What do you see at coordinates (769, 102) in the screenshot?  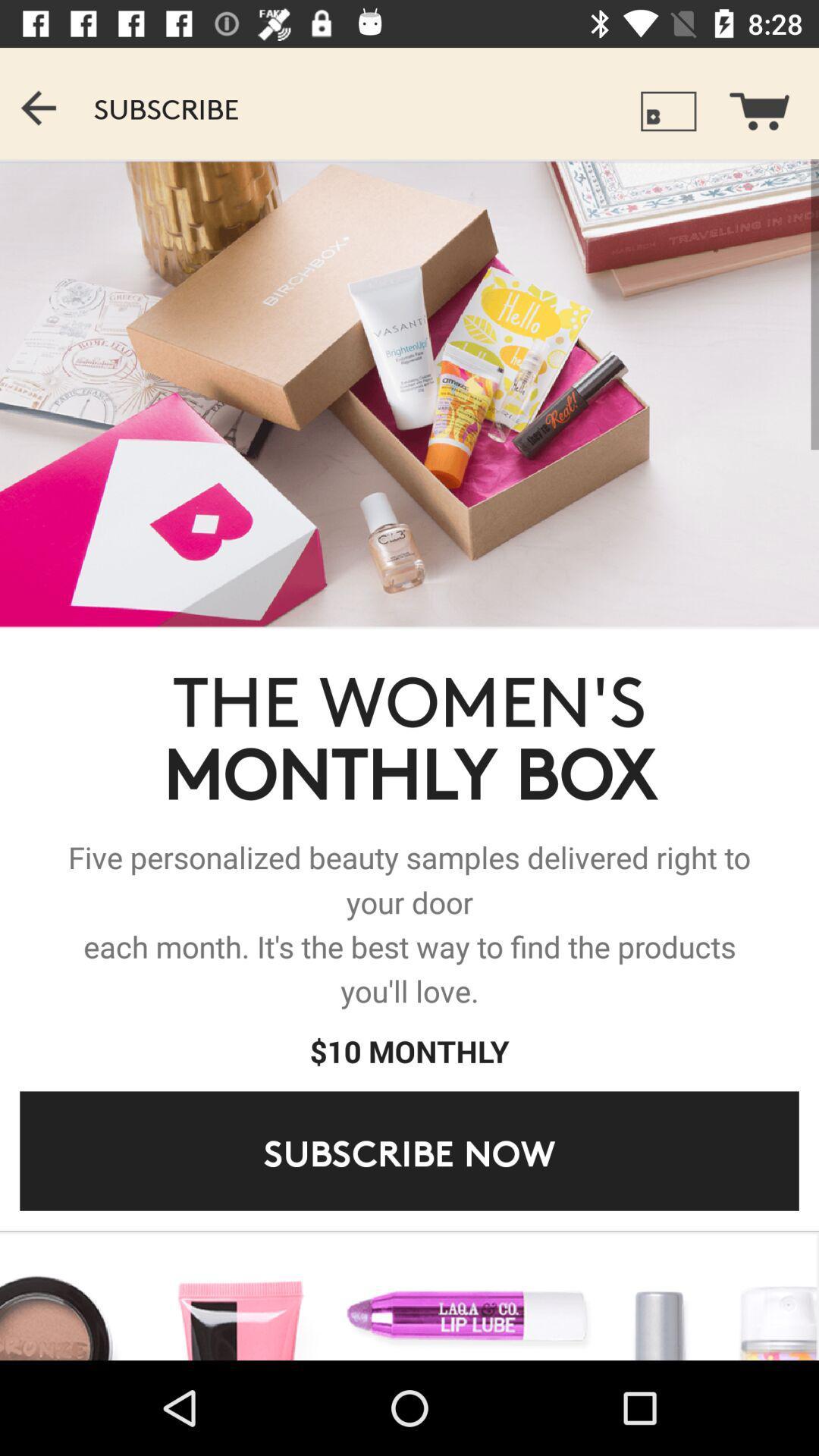 I see `cart icon` at bounding box center [769, 102].